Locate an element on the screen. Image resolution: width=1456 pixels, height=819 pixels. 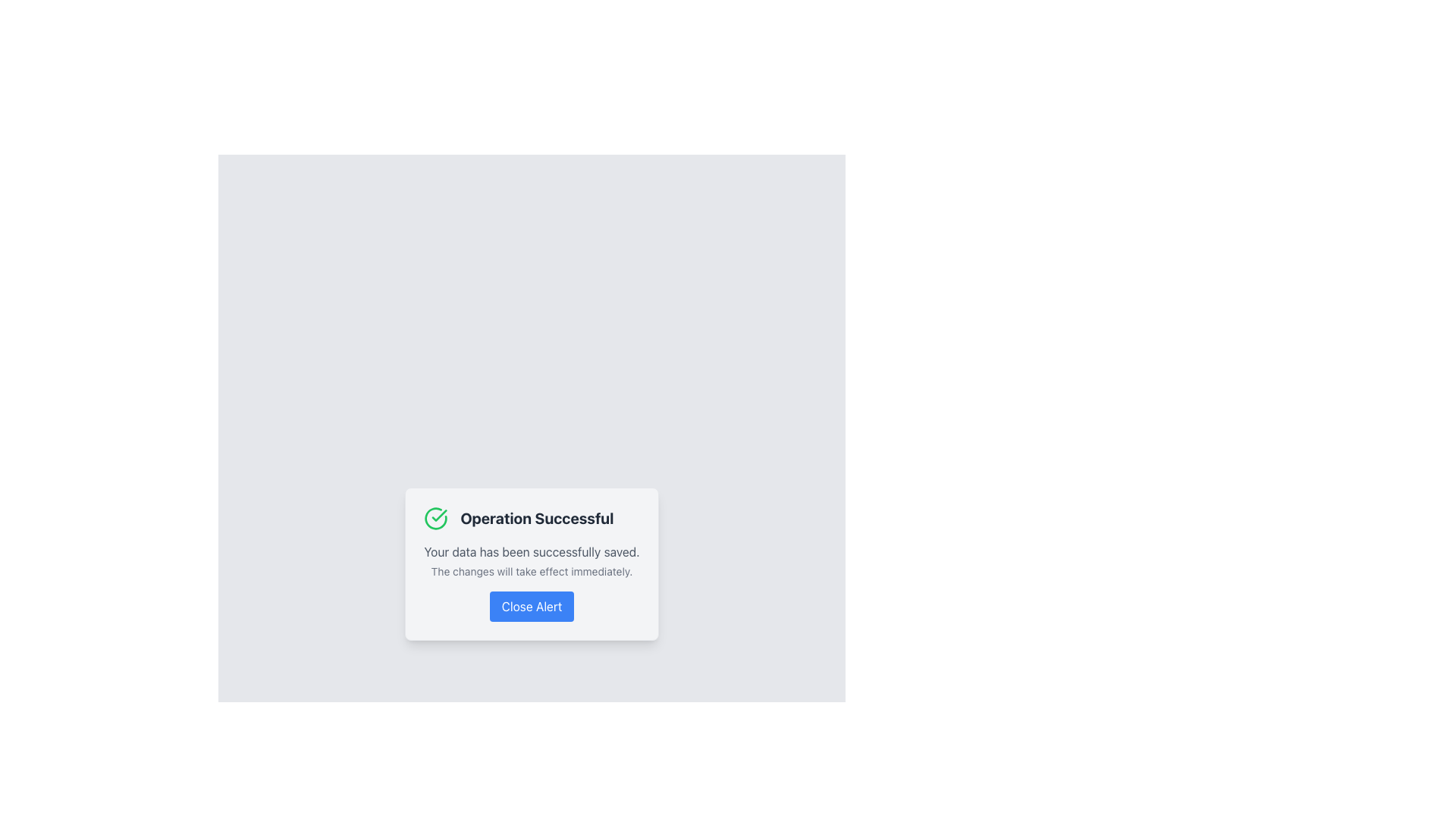
the text element displaying 'Your data has been successfully saved.' located in the modal dialogue box titled 'Operation Successful' is located at coordinates (532, 552).